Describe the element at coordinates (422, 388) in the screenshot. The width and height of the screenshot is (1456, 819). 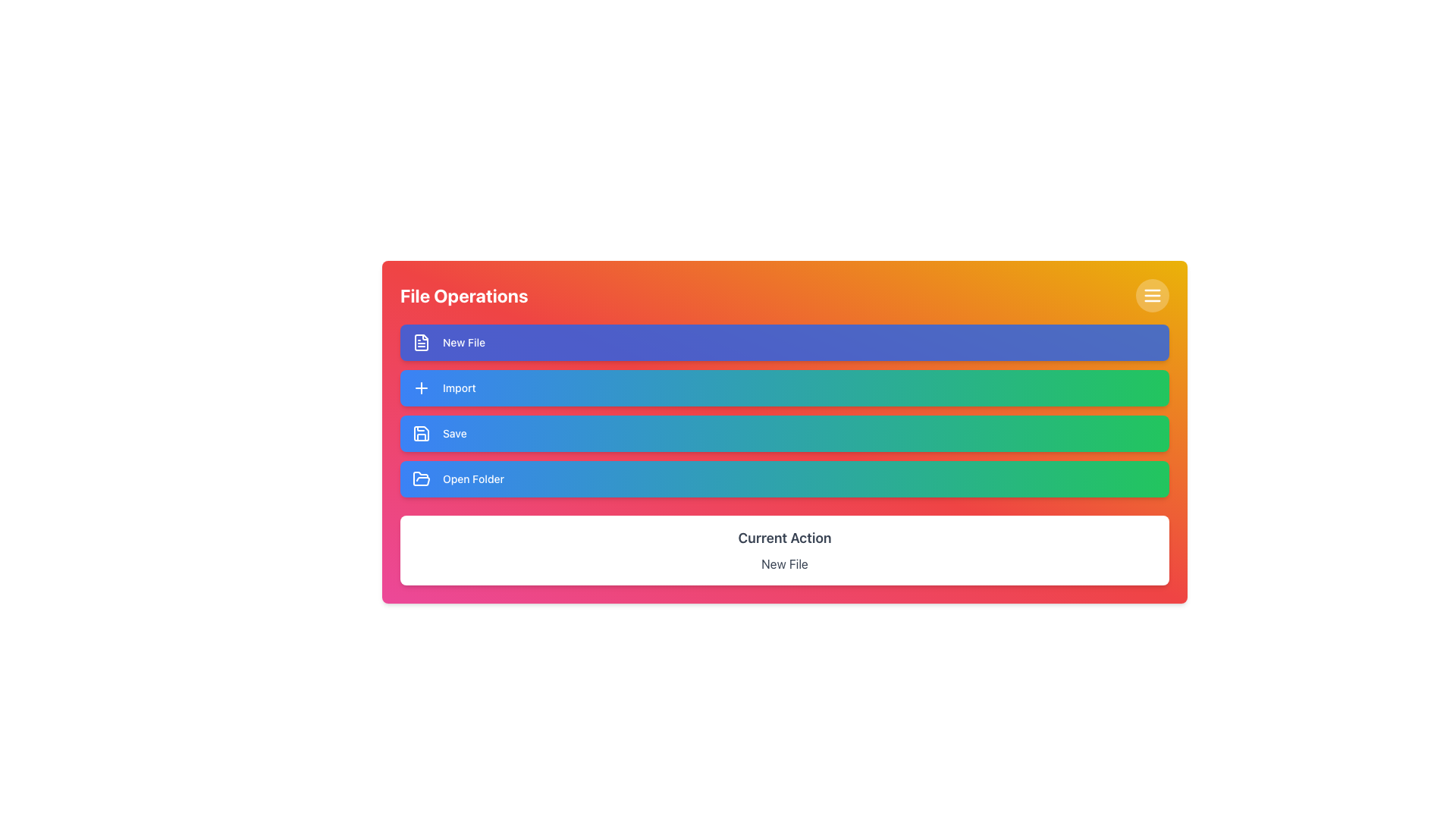
I see `the plus icon on the left side of the 'Import' button to interact with it` at that location.